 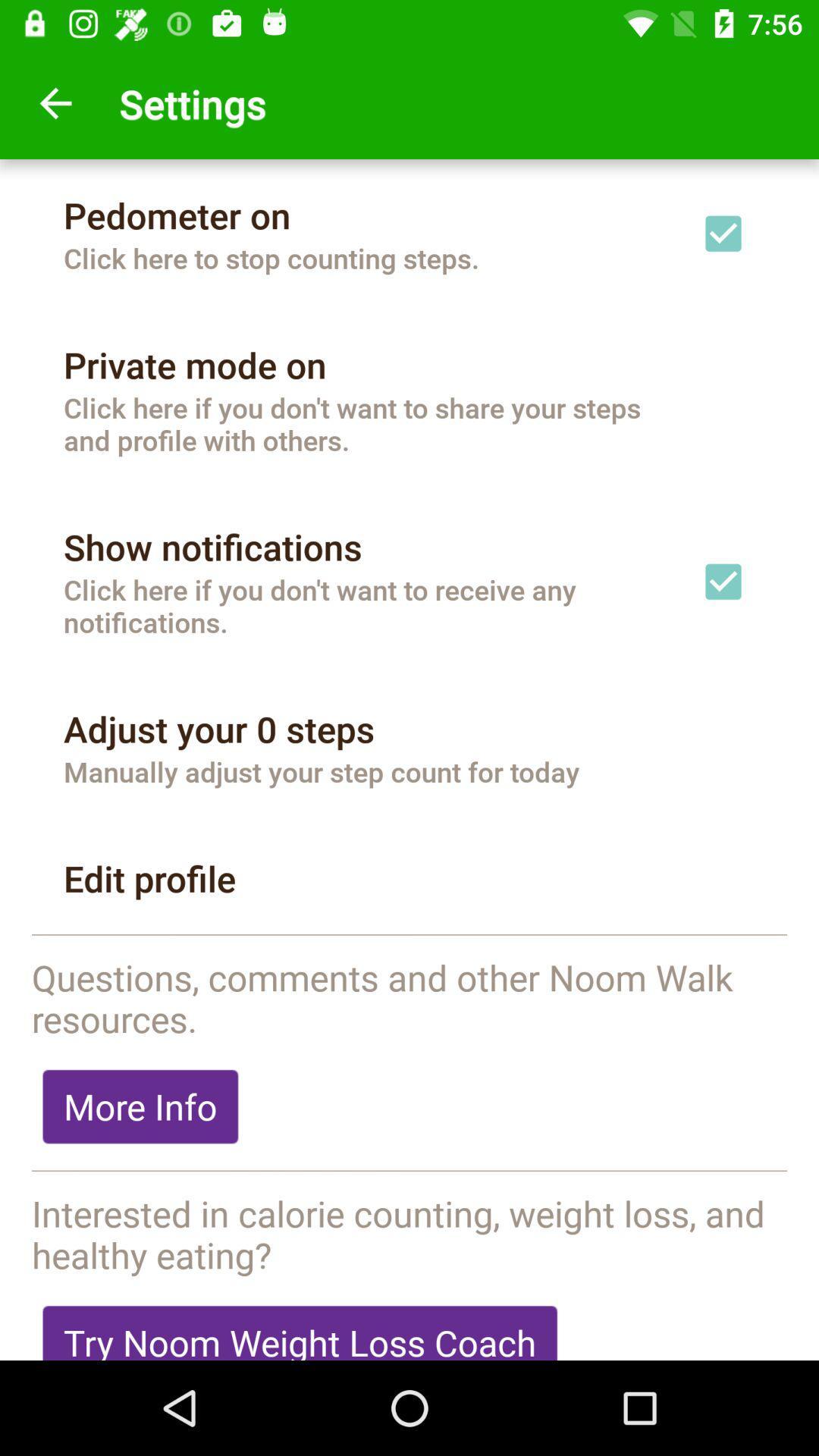 What do you see at coordinates (55, 102) in the screenshot?
I see `icon above pedometer on icon` at bounding box center [55, 102].